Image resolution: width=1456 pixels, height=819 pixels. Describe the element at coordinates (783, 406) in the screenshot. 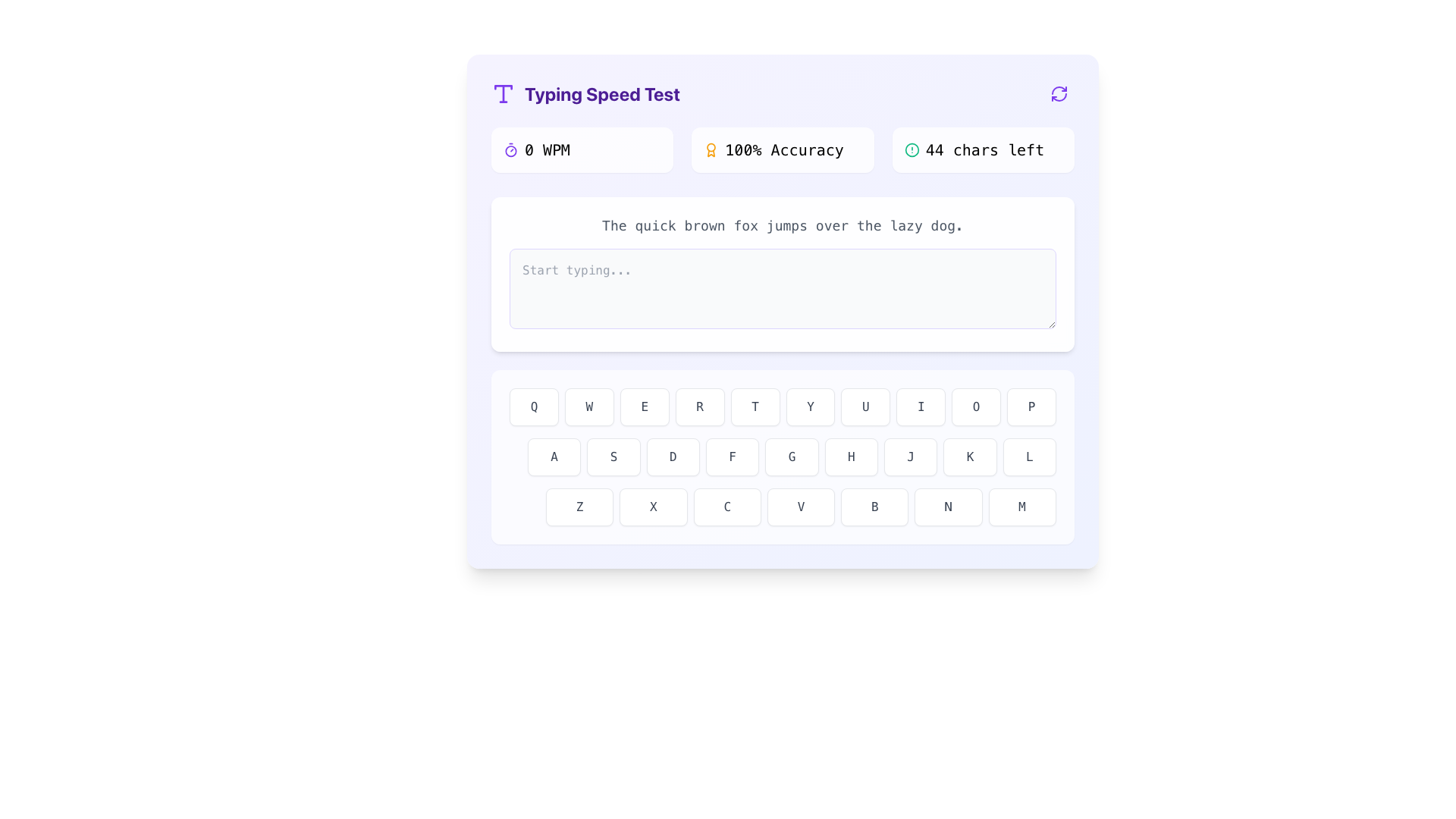

I see `the topmost row of keys styled as a keyboard key row` at that location.